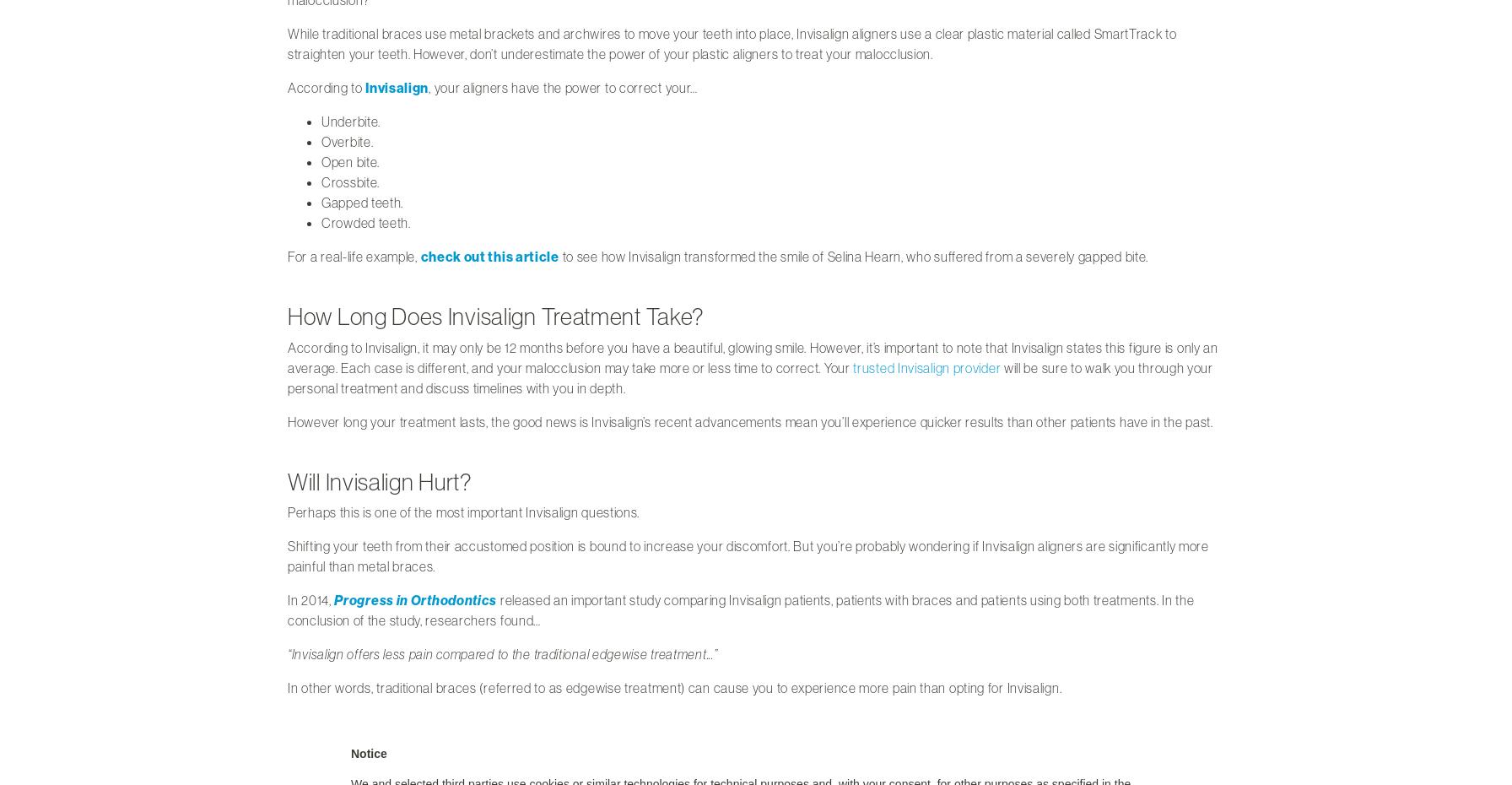  What do you see at coordinates (288, 686) in the screenshot?
I see `'In other words, traditional braces (referred to as edgewise treatment) can cause you to experience more pain than opting for Invisalign.'` at bounding box center [288, 686].